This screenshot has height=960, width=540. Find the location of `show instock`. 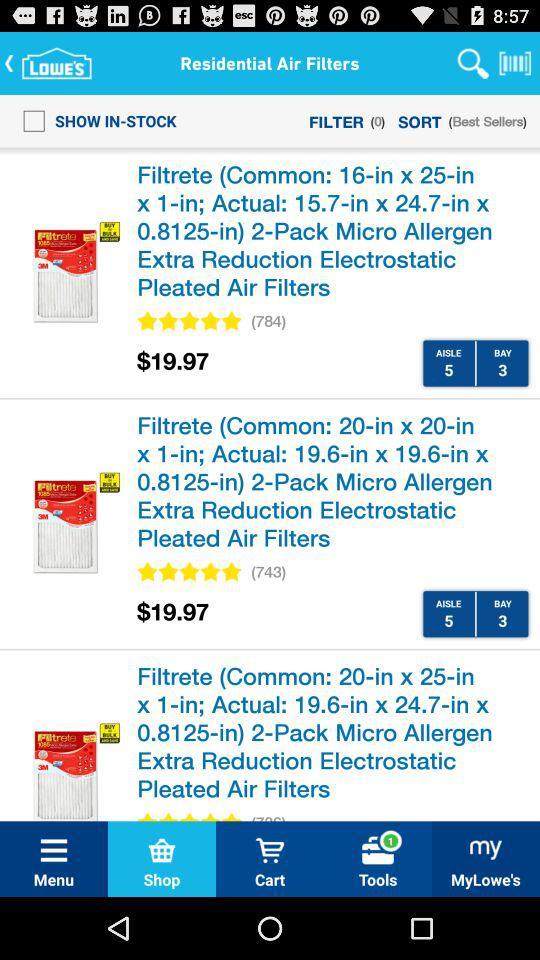

show instock is located at coordinates (93, 120).